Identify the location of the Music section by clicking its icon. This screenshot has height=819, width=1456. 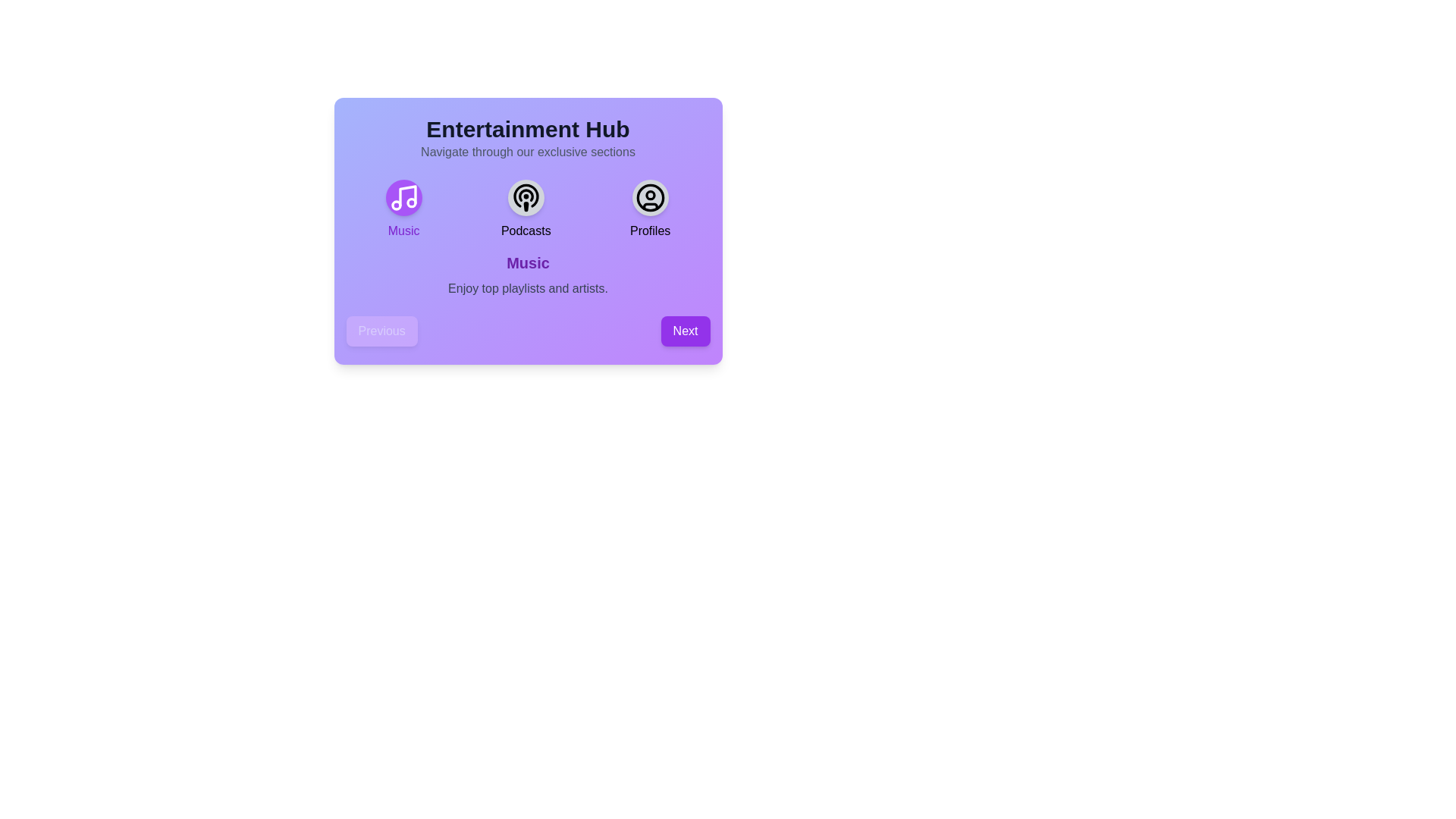
(403, 197).